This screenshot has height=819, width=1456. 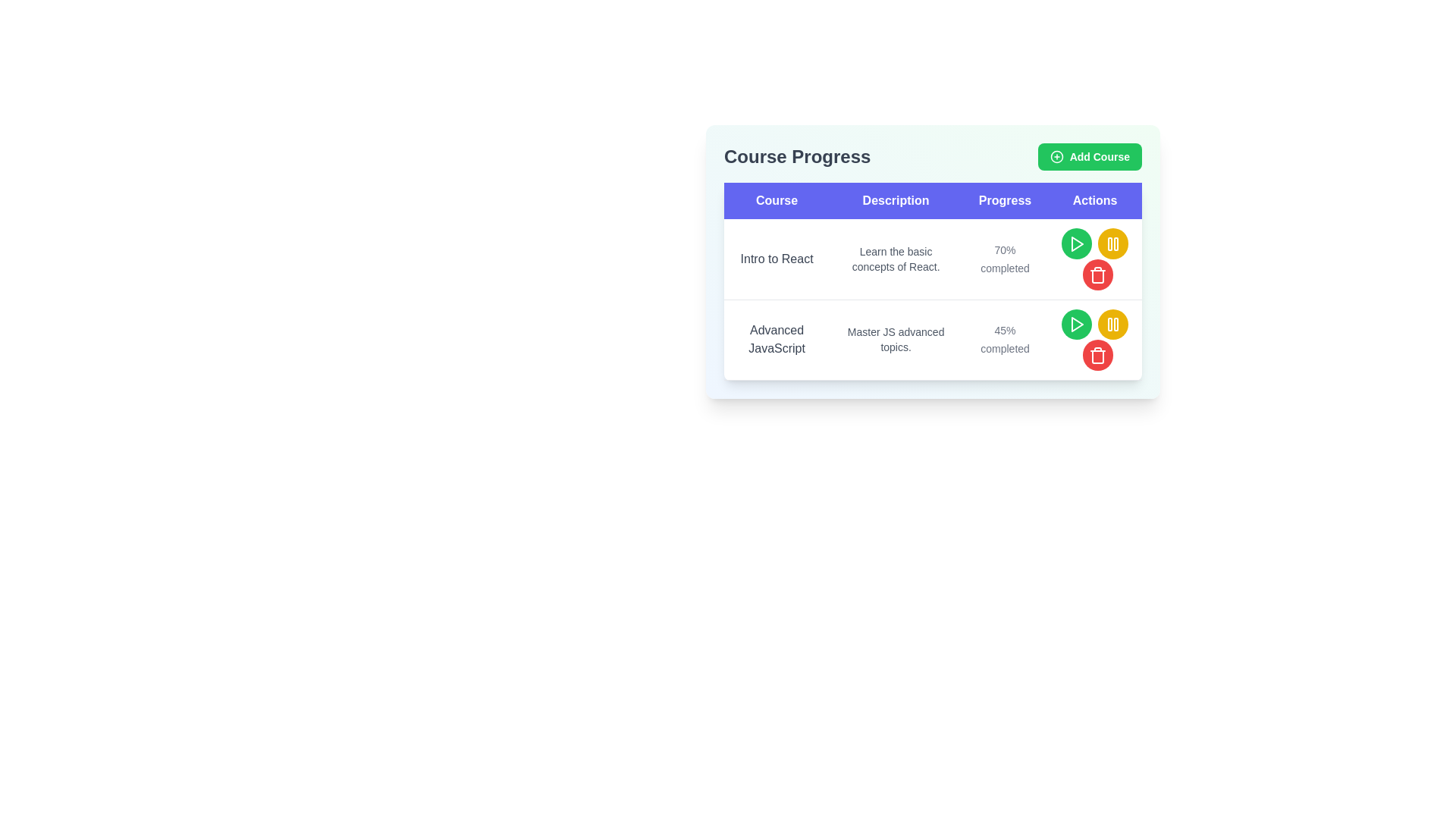 I want to click on the red circular button in the 'Actions' column of the first row, so click(x=1098, y=275).